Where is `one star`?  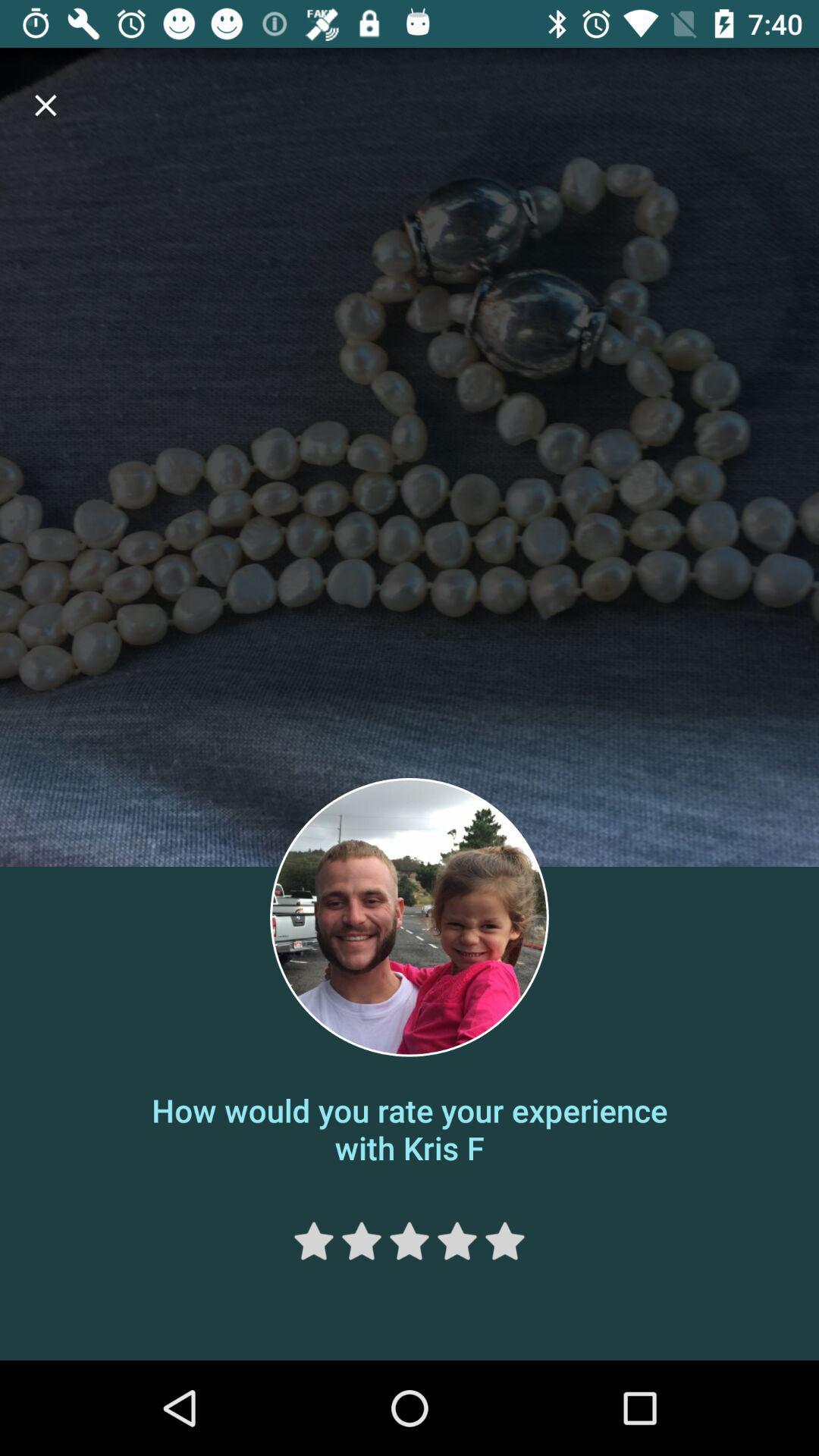
one star is located at coordinates (312, 1241).